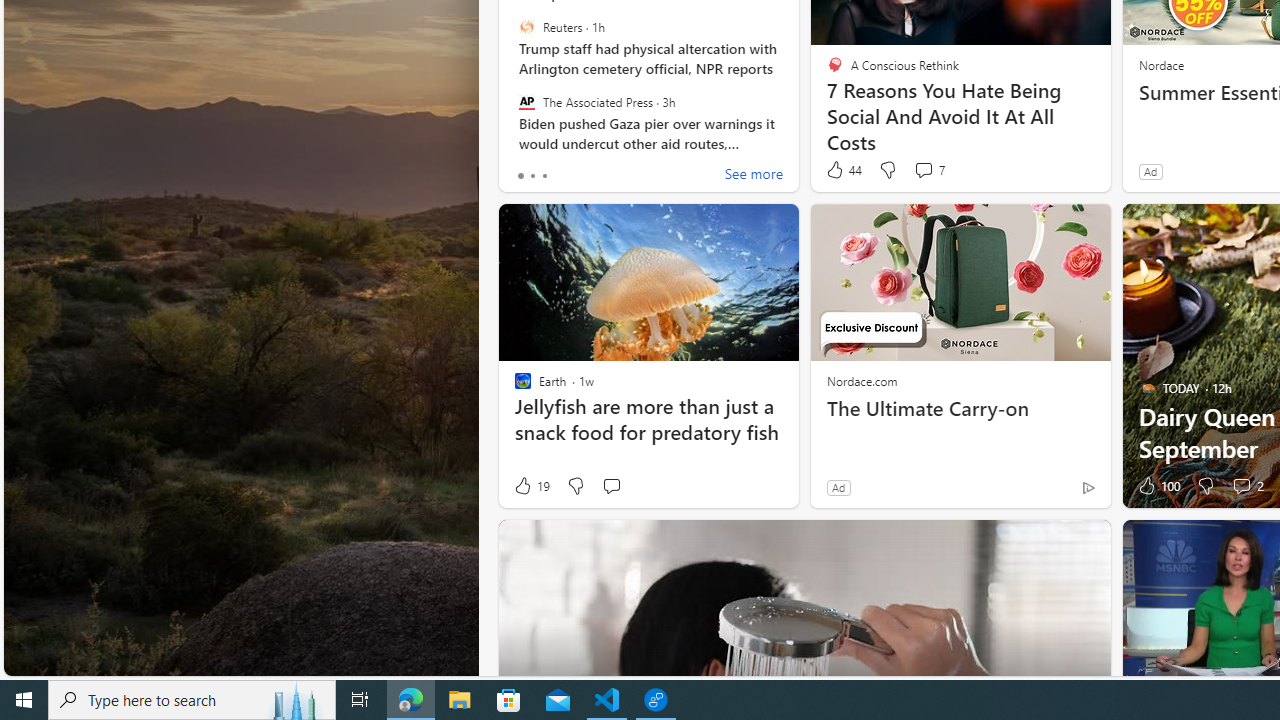 The height and width of the screenshot is (720, 1280). What do you see at coordinates (843, 169) in the screenshot?
I see `'44 Like'` at bounding box center [843, 169].